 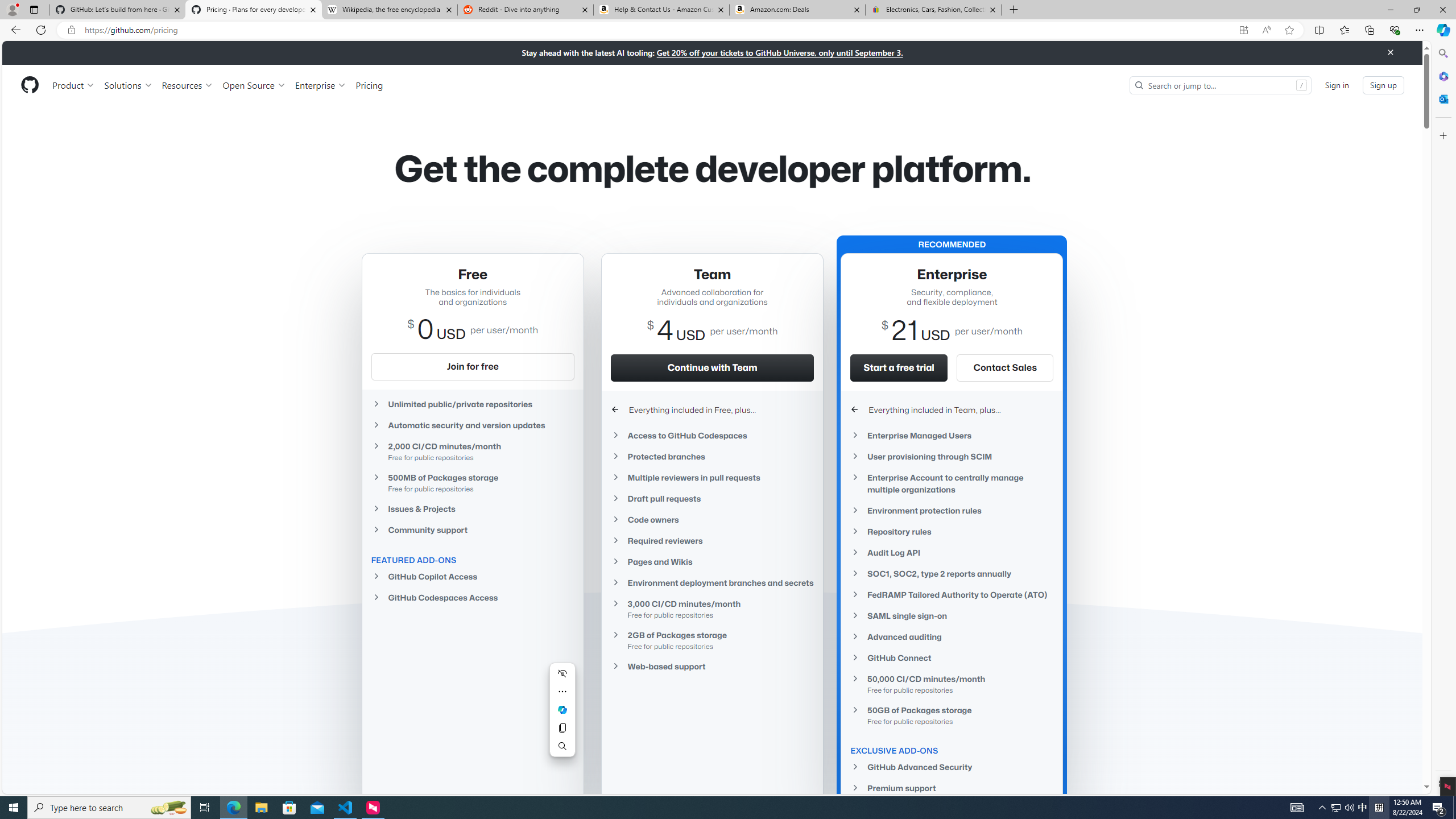 I want to click on 'Product', so click(x=74, y=85).